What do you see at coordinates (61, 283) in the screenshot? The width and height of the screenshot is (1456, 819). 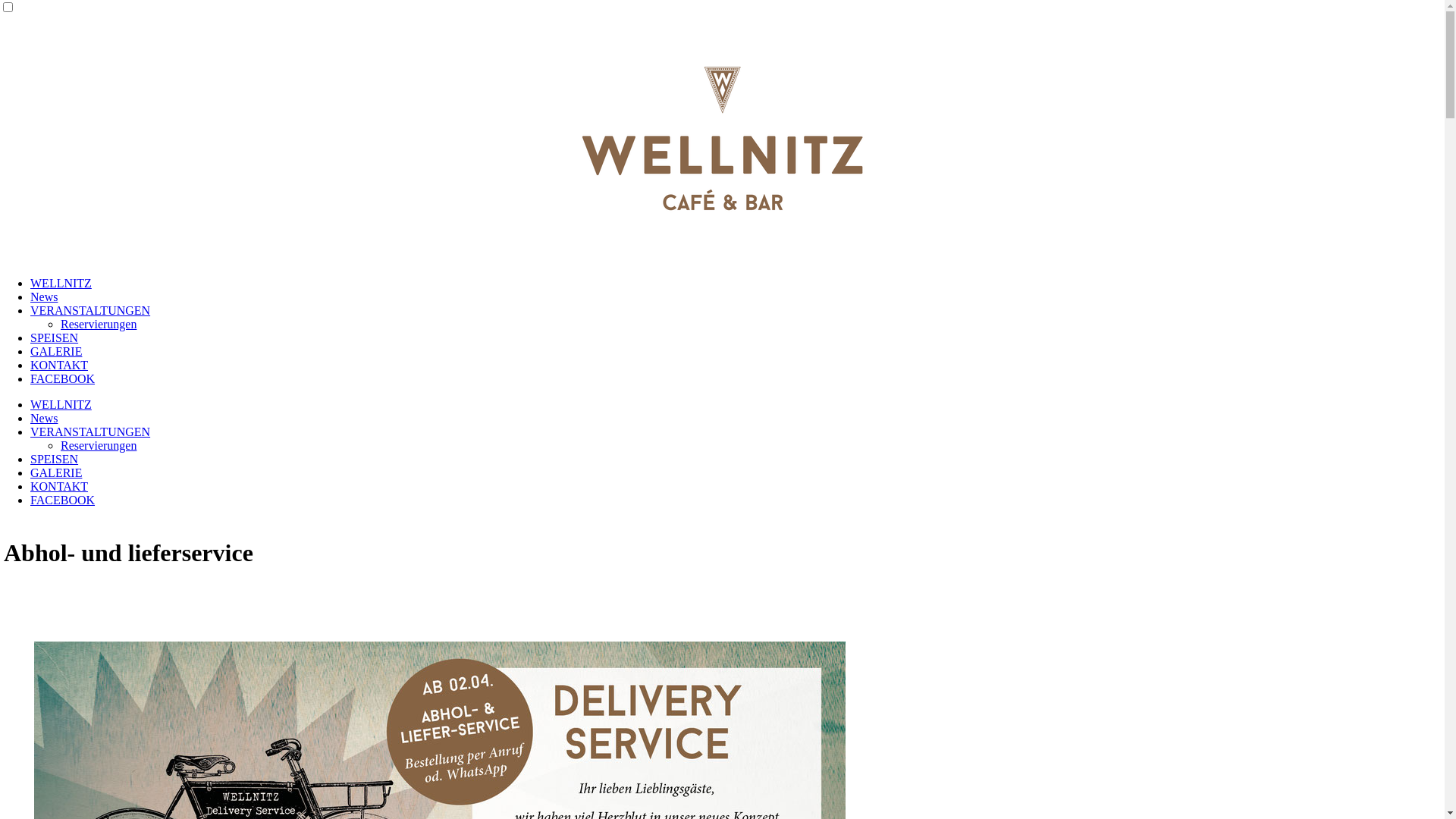 I see `'WELLNITZ'` at bounding box center [61, 283].